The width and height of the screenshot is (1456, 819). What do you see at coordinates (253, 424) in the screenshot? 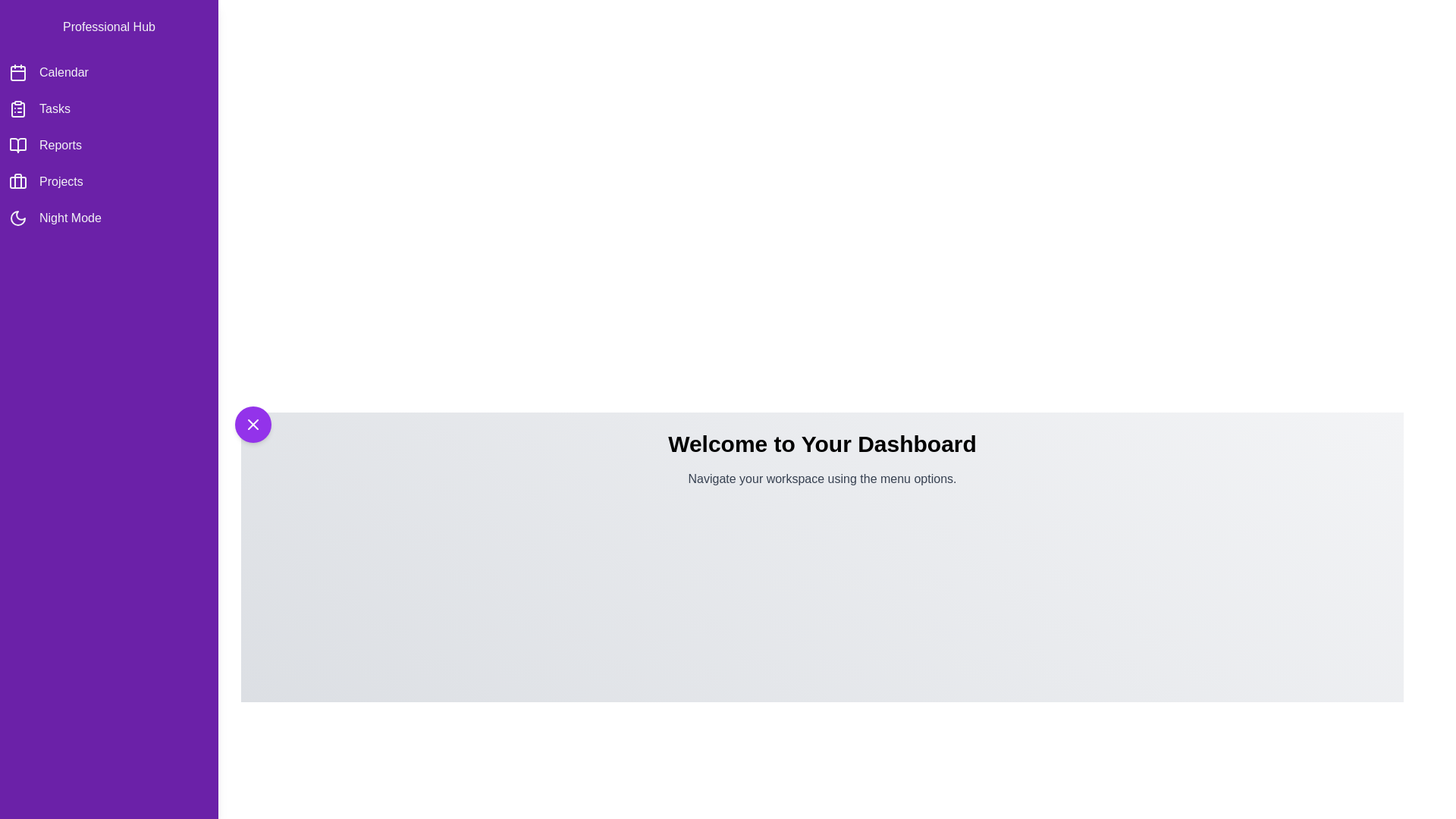
I see `button in the top-left corner to toggle the visibility of the side drawer` at bounding box center [253, 424].